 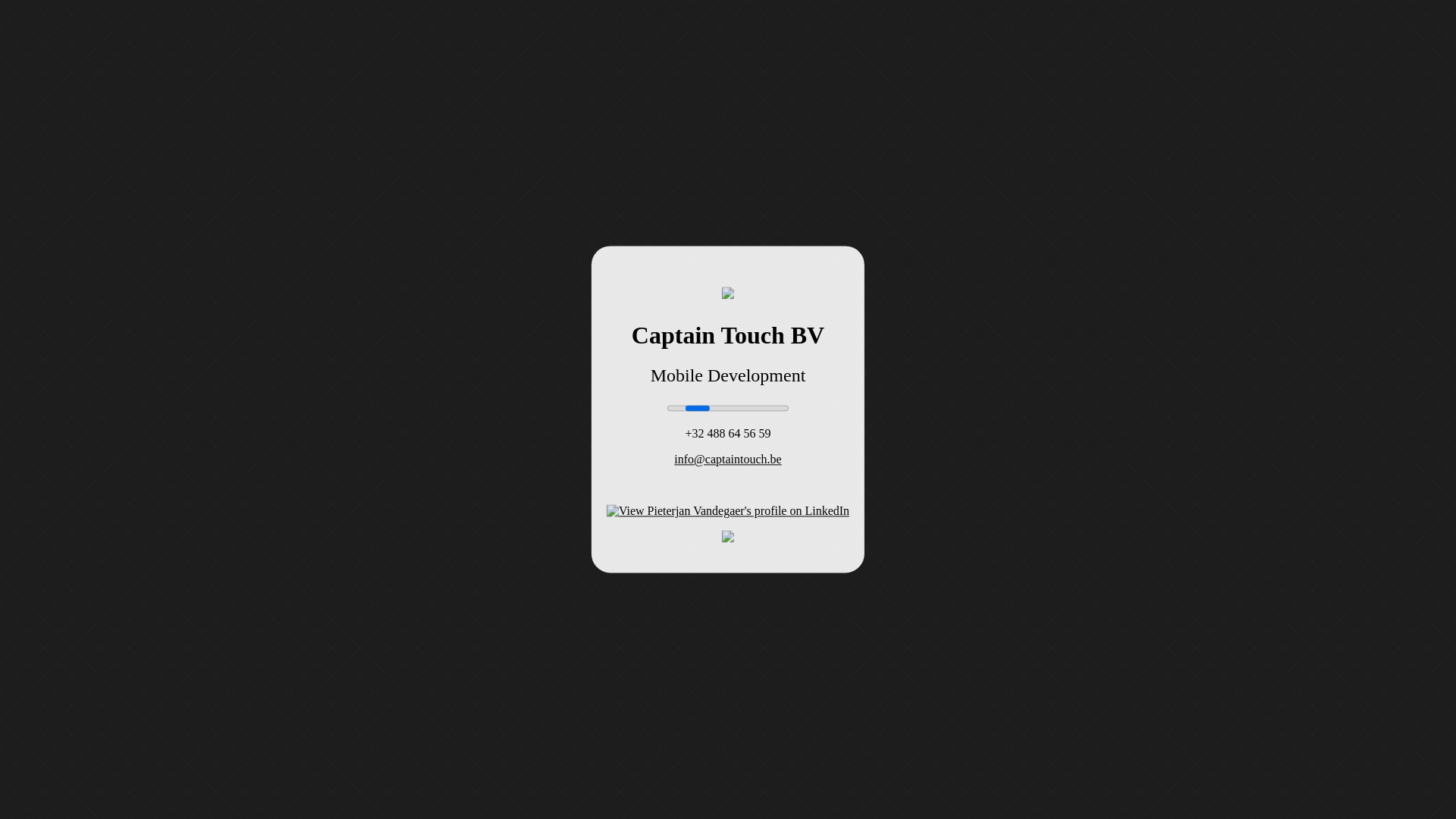 What do you see at coordinates (673, 459) in the screenshot?
I see `'info@captaintouch.be'` at bounding box center [673, 459].